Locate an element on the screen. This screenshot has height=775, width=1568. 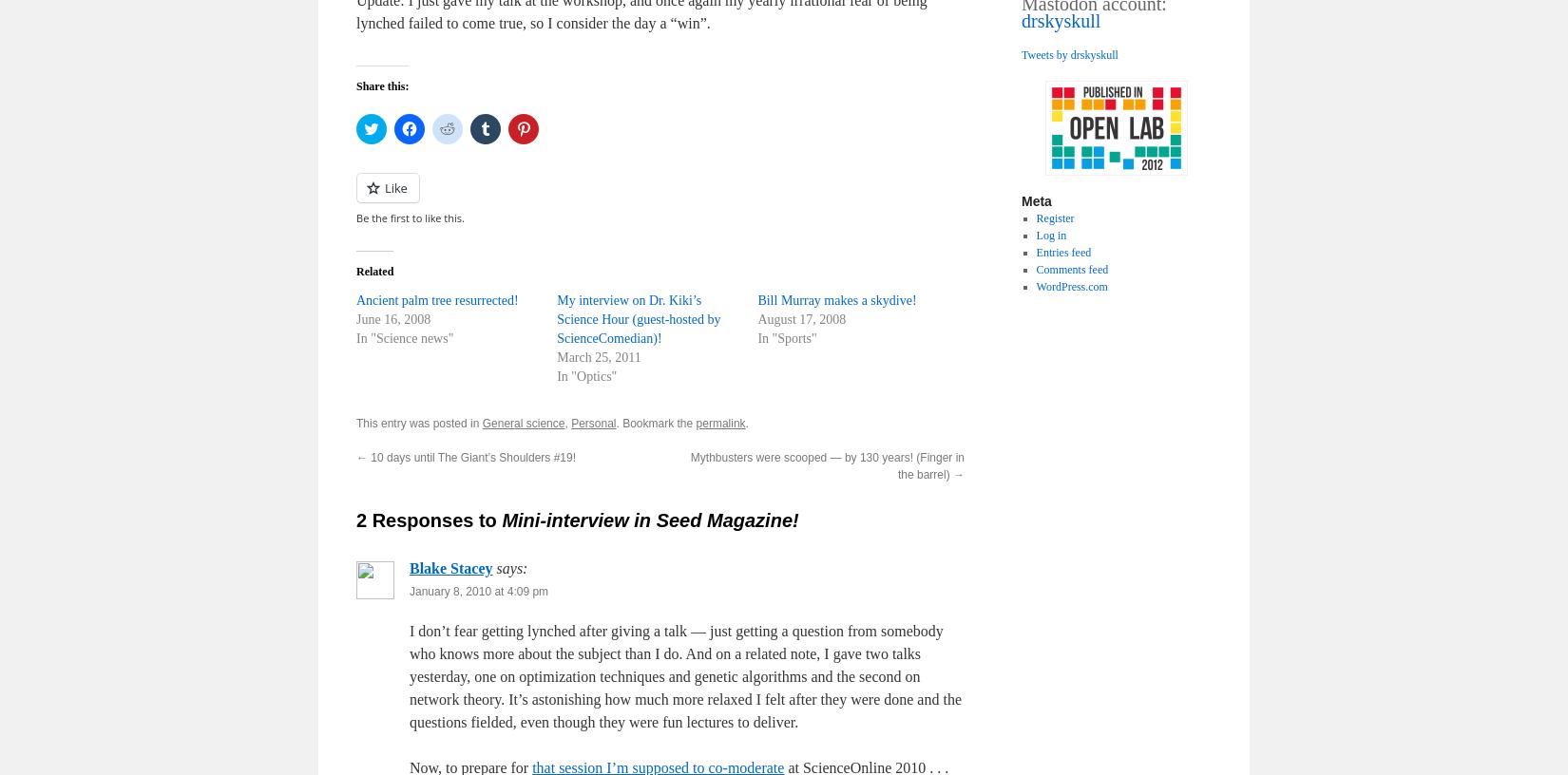
'Tweets by drskyskull' is located at coordinates (1069, 54).